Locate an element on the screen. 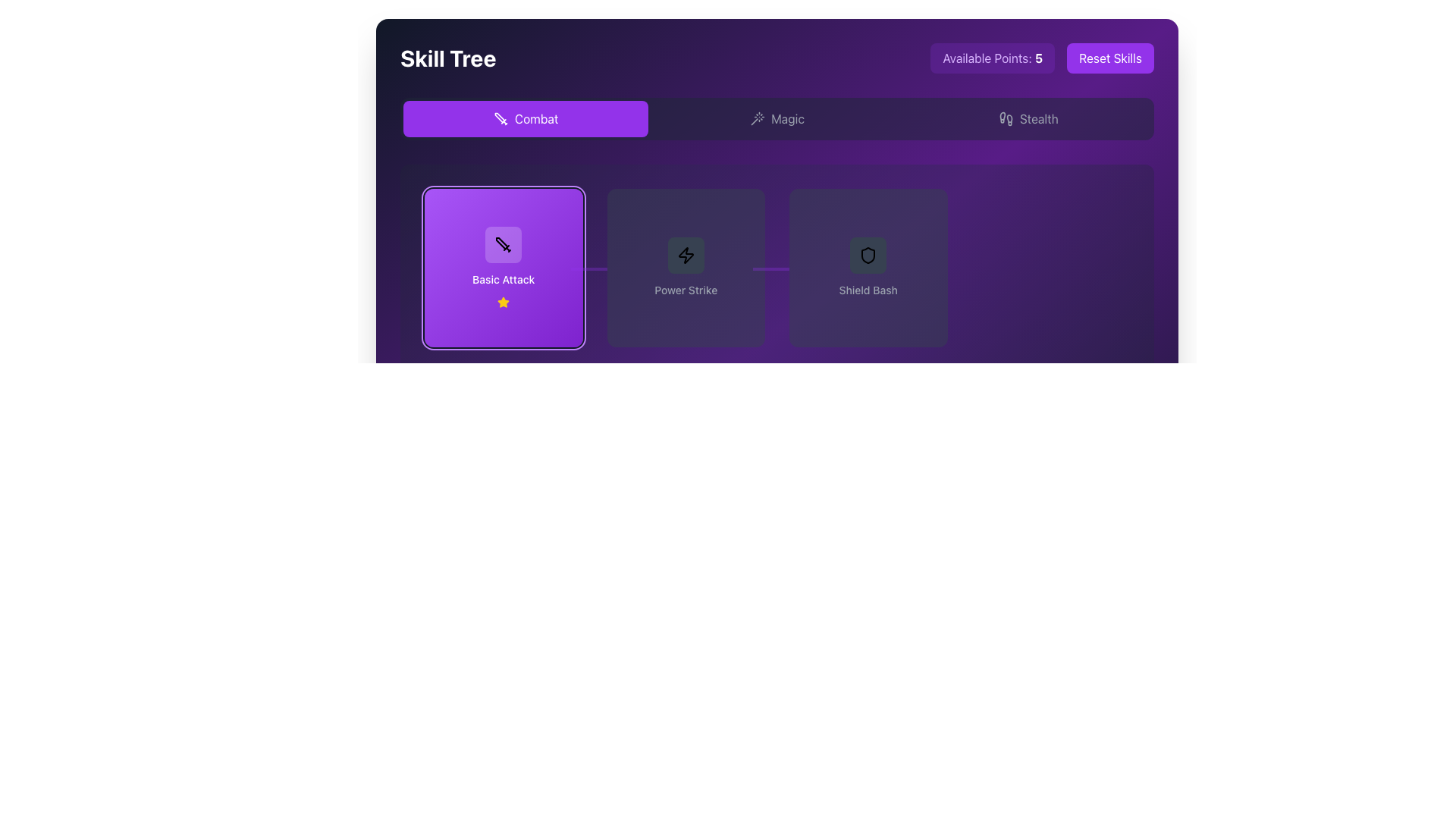 This screenshot has width=1456, height=819. the static text label indicating available points in the skill tree, located in the top-right corner of the interface is located at coordinates (989, 58).